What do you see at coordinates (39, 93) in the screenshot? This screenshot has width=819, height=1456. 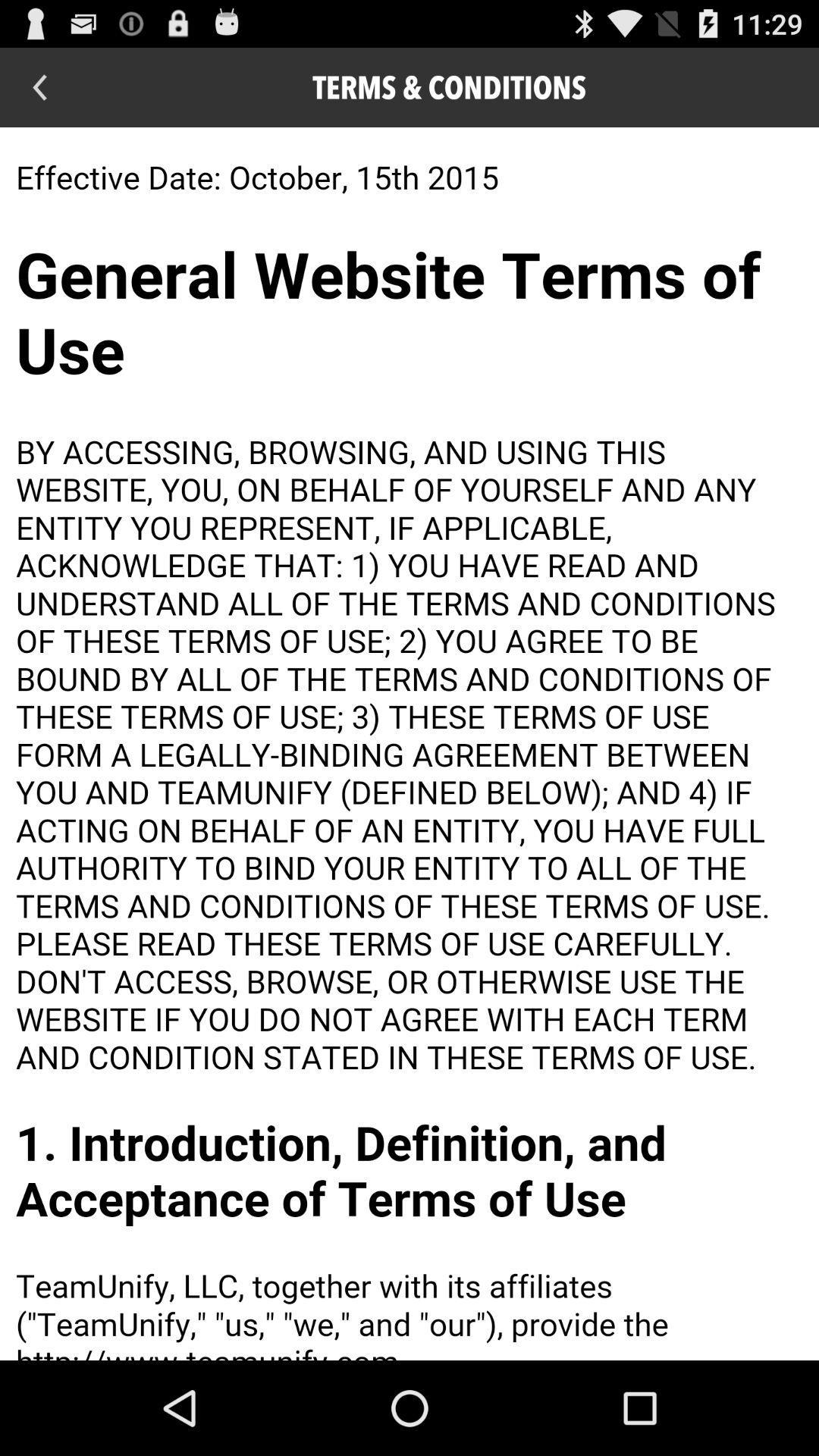 I see `the arrow_backward icon` at bounding box center [39, 93].